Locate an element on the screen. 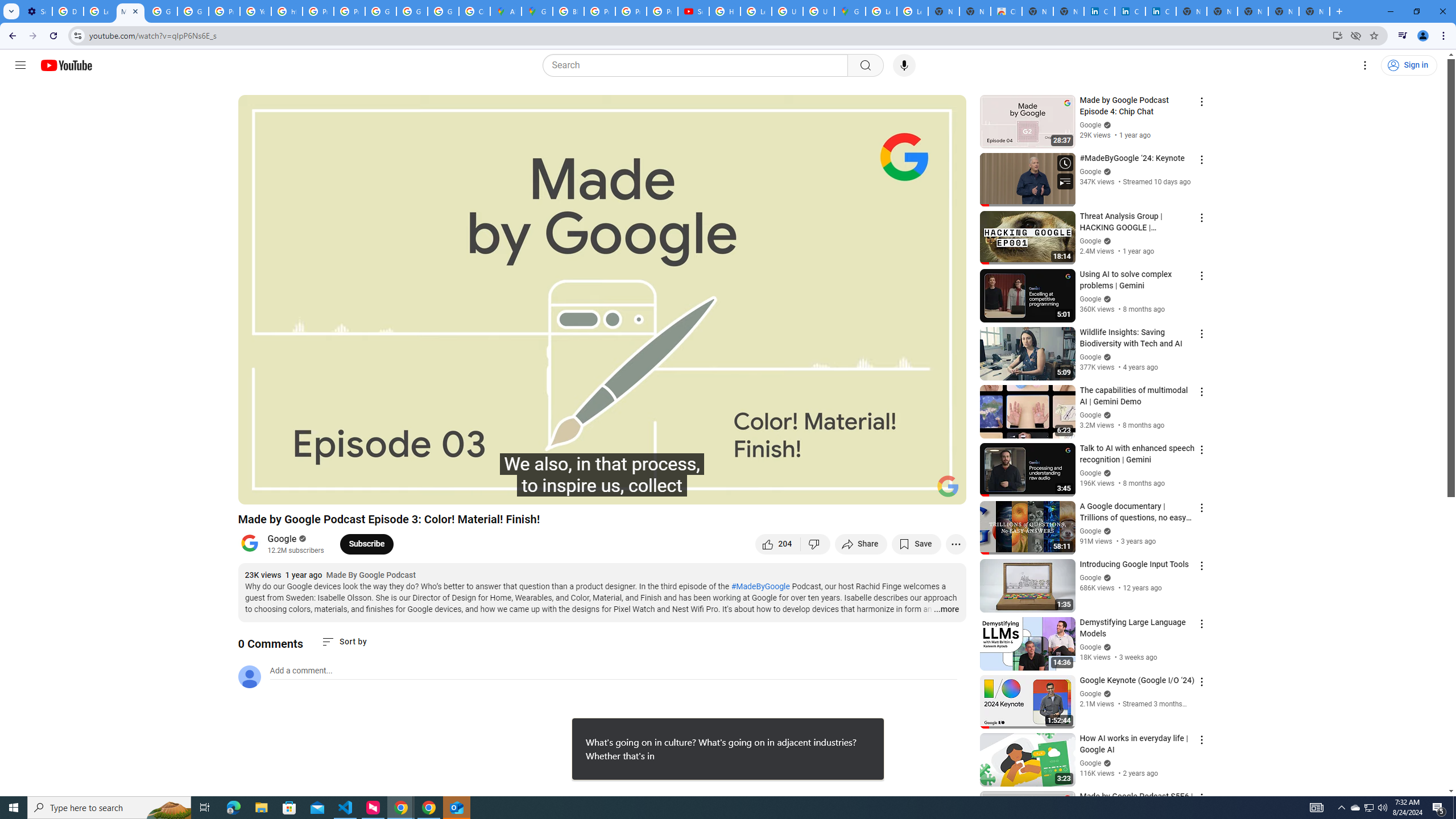 Image resolution: width=1456 pixels, height=819 pixels. 'Verified' is located at coordinates (1106, 762).